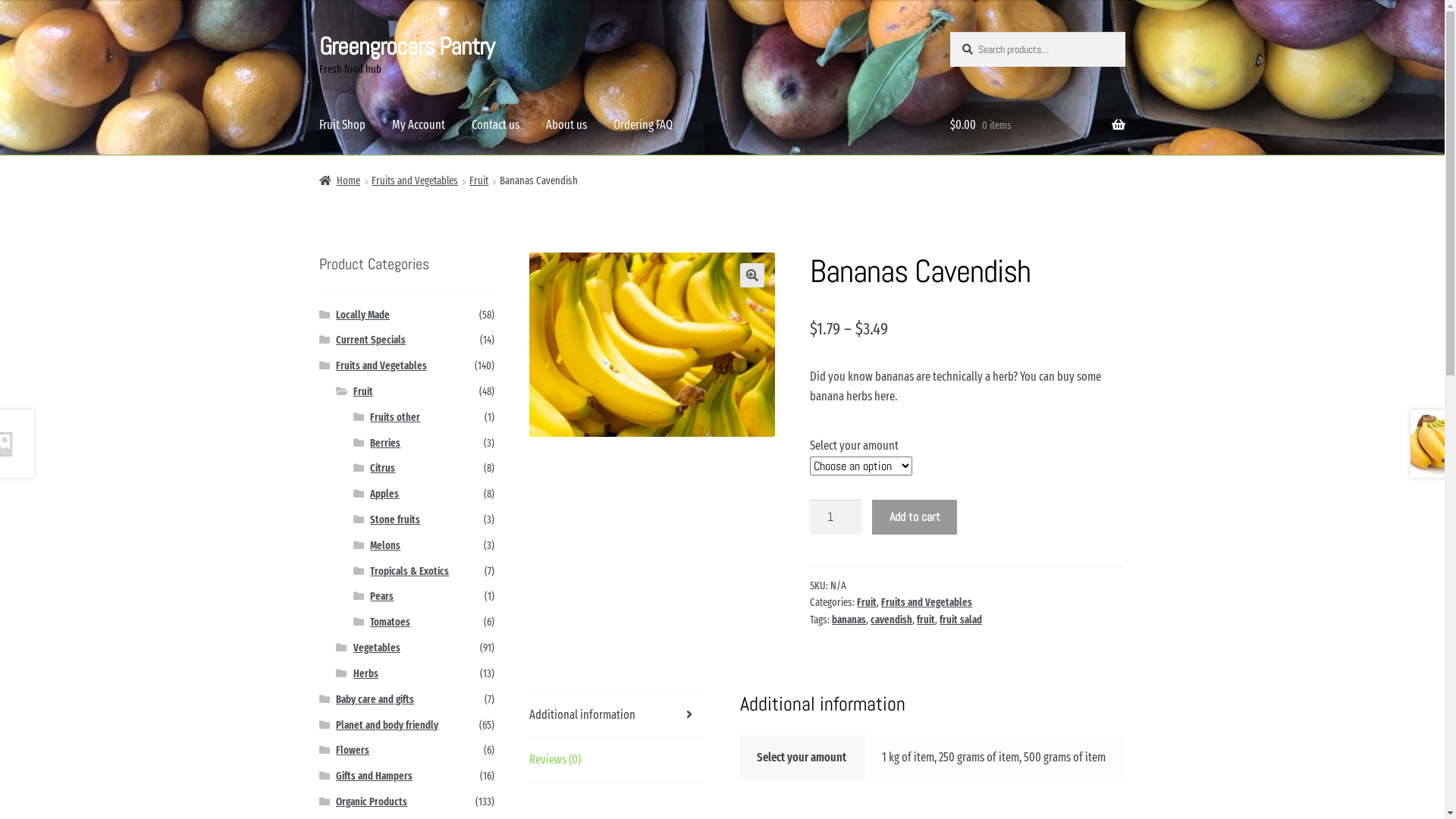 The image size is (1456, 819). I want to click on 'Apples', so click(384, 494).